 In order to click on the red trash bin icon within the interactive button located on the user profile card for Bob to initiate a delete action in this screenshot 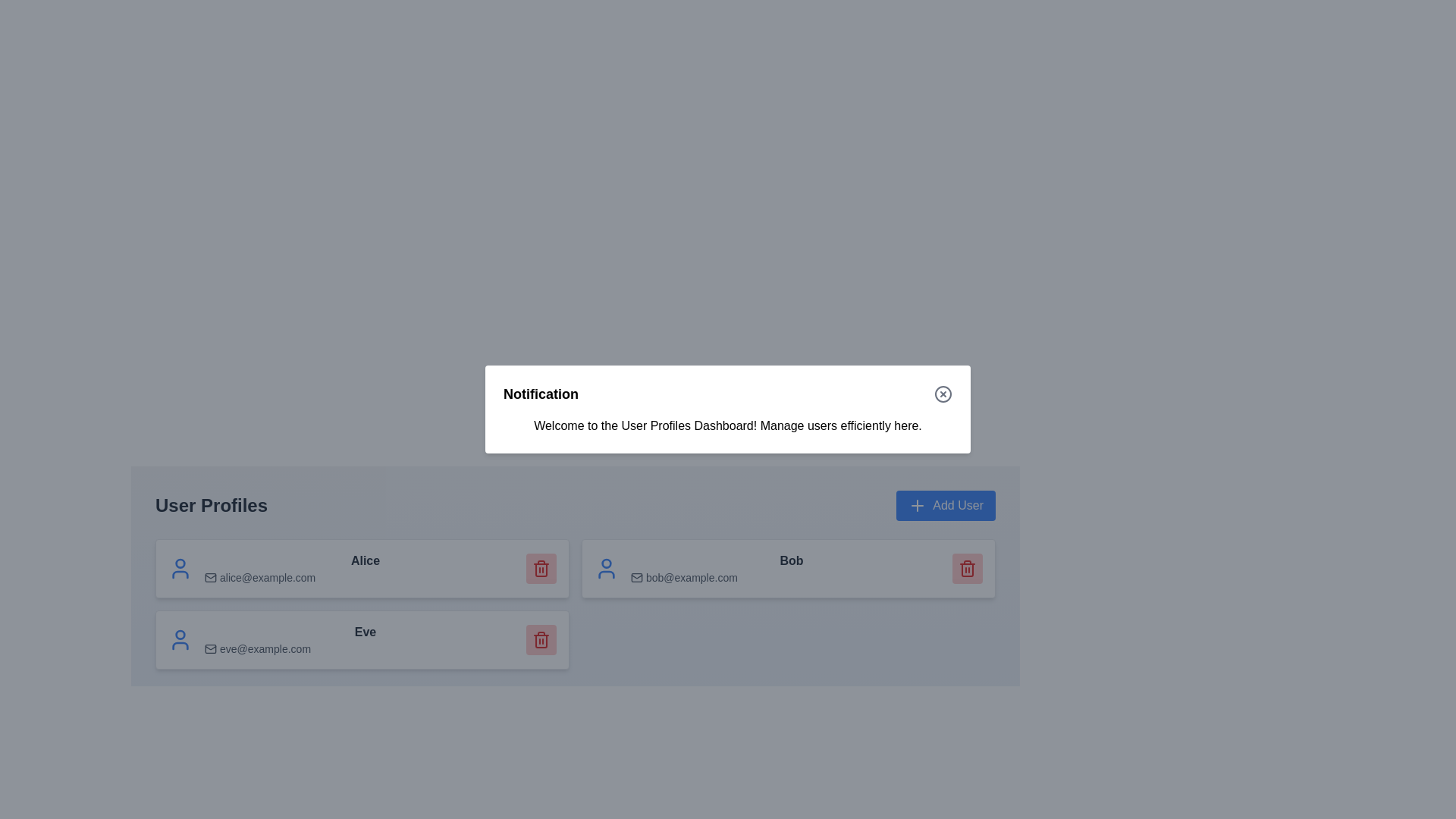, I will do `click(967, 568)`.